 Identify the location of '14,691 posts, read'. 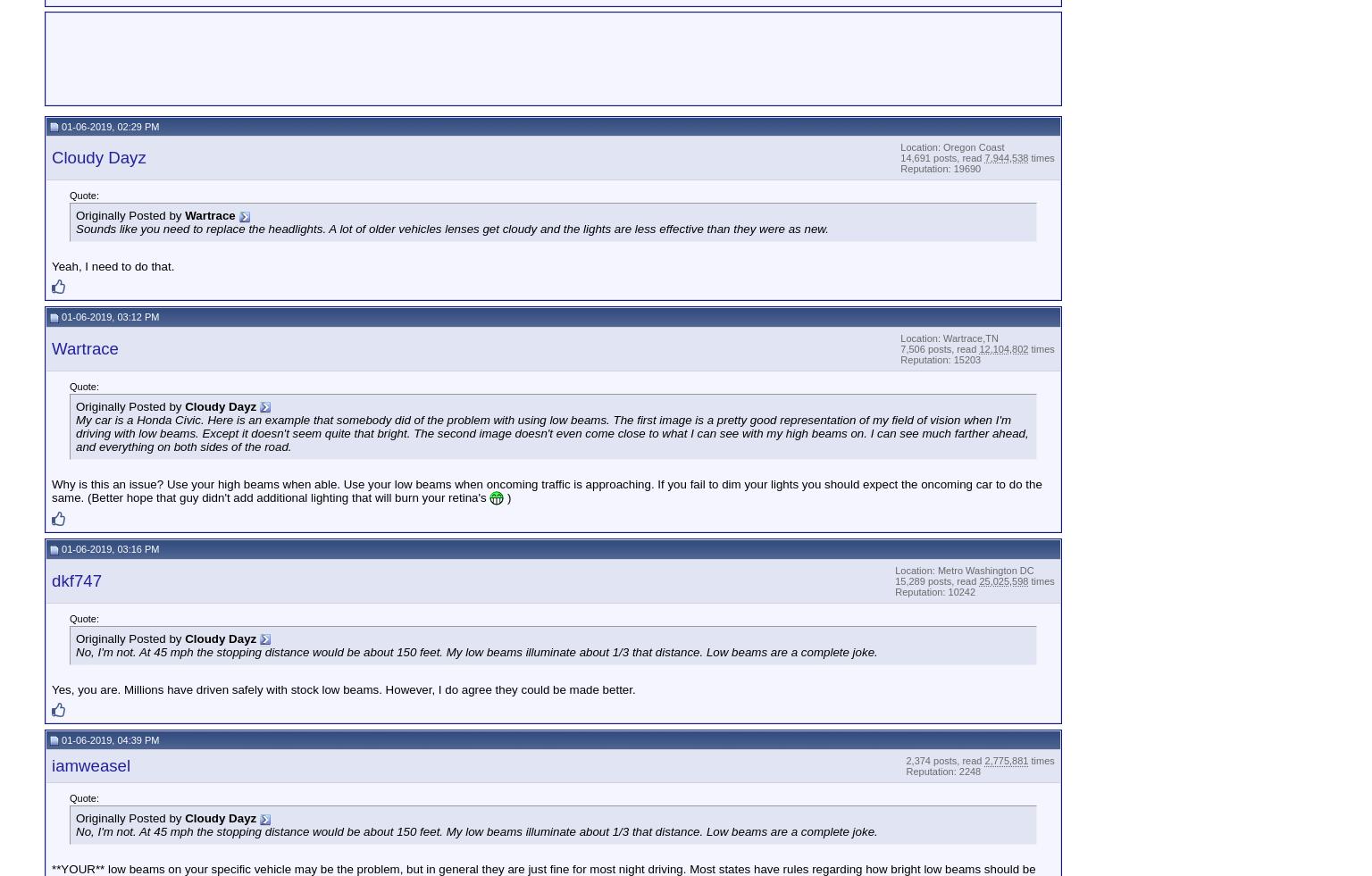
(941, 156).